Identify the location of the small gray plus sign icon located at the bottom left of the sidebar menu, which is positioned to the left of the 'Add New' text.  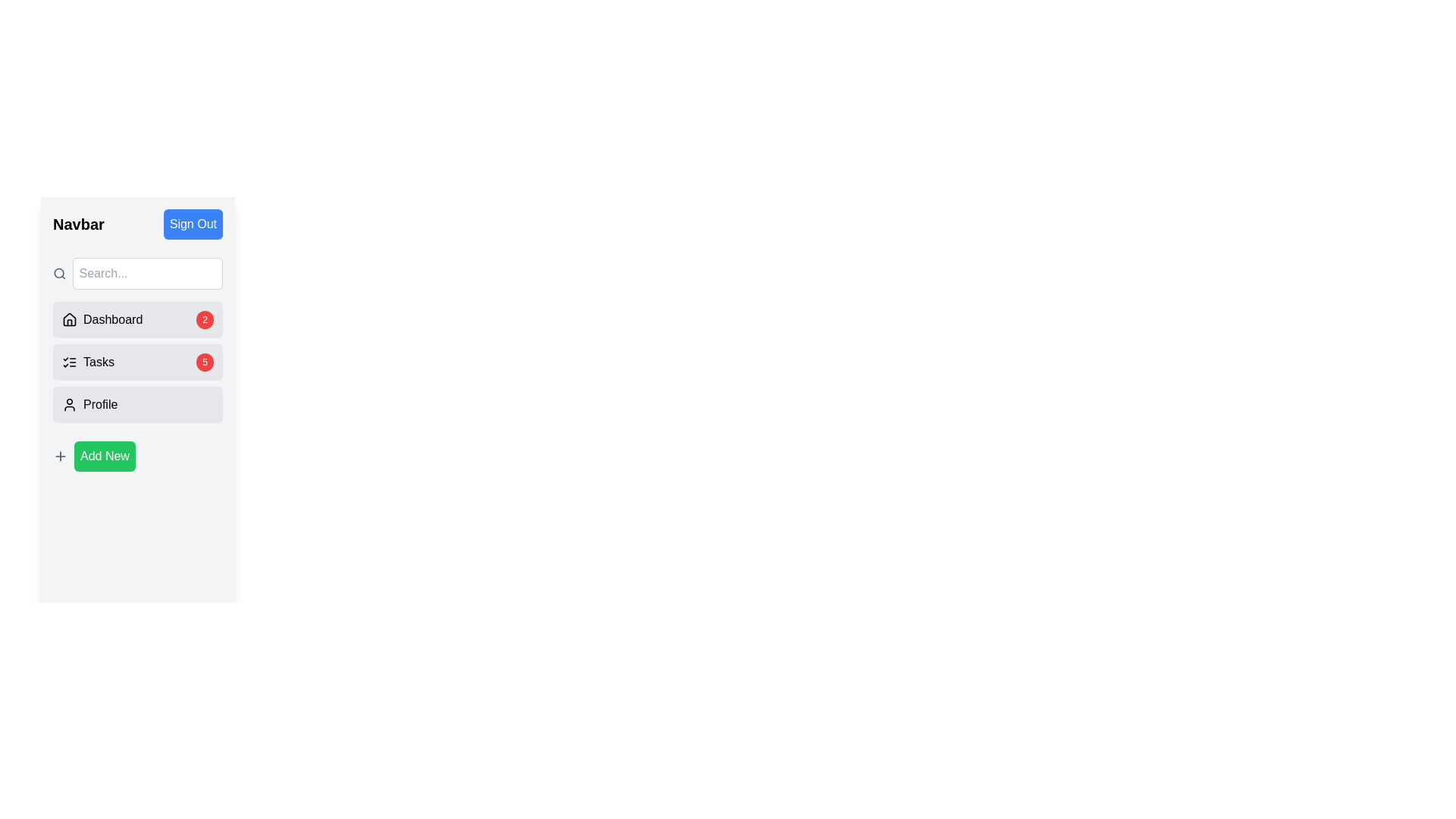
(61, 455).